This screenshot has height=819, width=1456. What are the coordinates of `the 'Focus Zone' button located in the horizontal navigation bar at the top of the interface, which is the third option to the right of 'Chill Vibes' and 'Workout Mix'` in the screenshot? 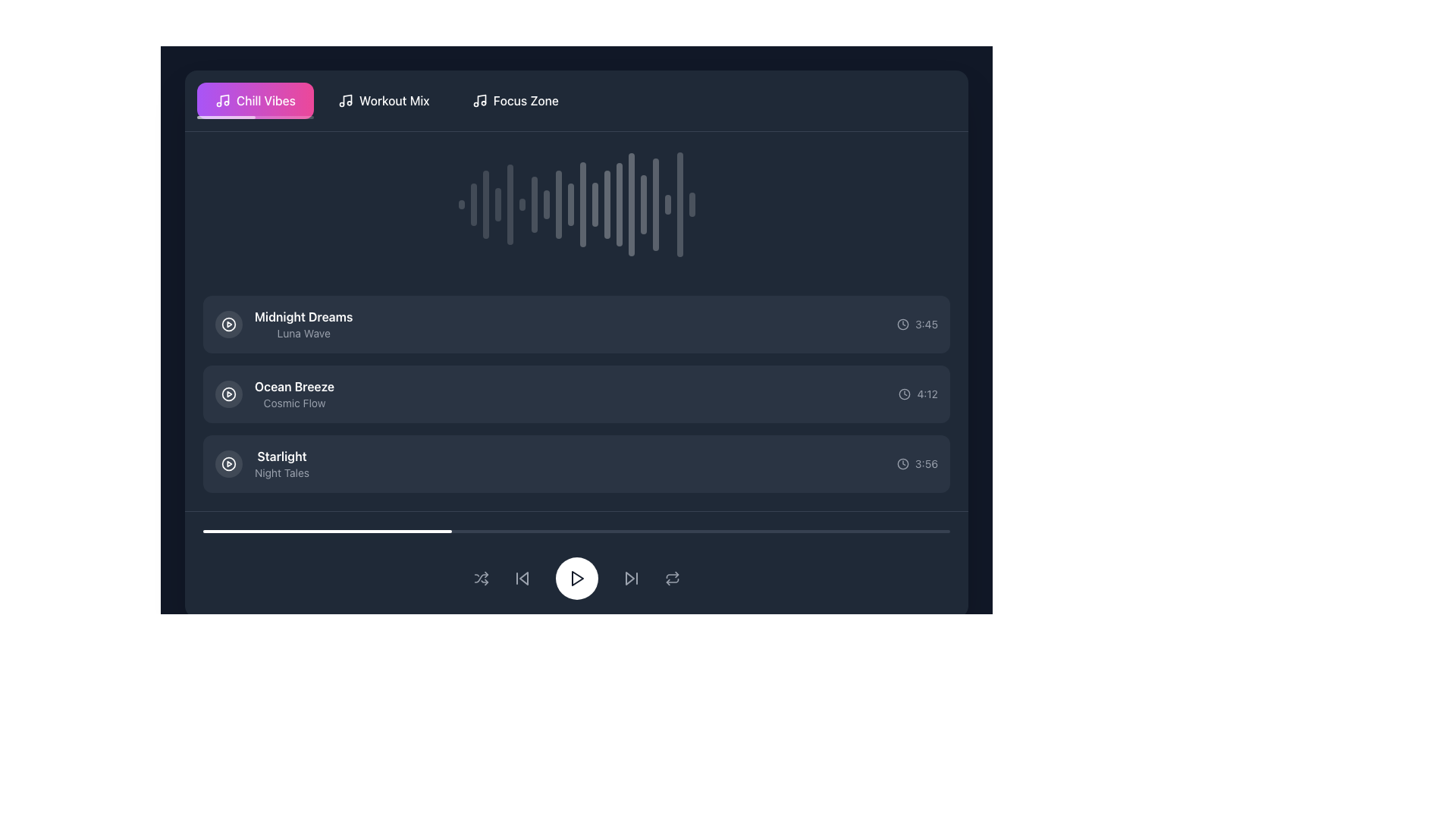 It's located at (515, 100).